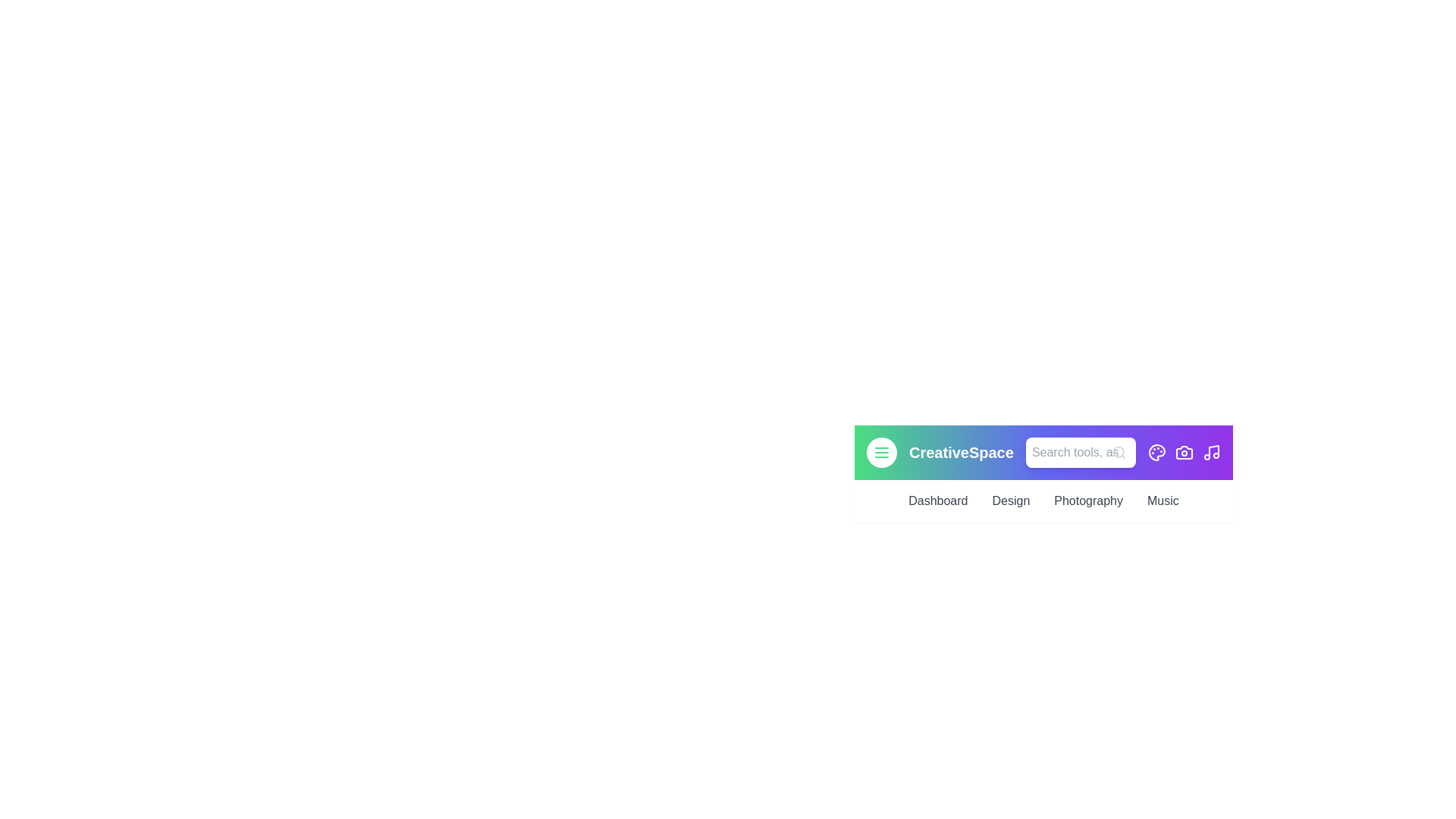 The image size is (1456, 819). Describe the element at coordinates (1161, 500) in the screenshot. I see `the Music link in the navigation bar` at that location.